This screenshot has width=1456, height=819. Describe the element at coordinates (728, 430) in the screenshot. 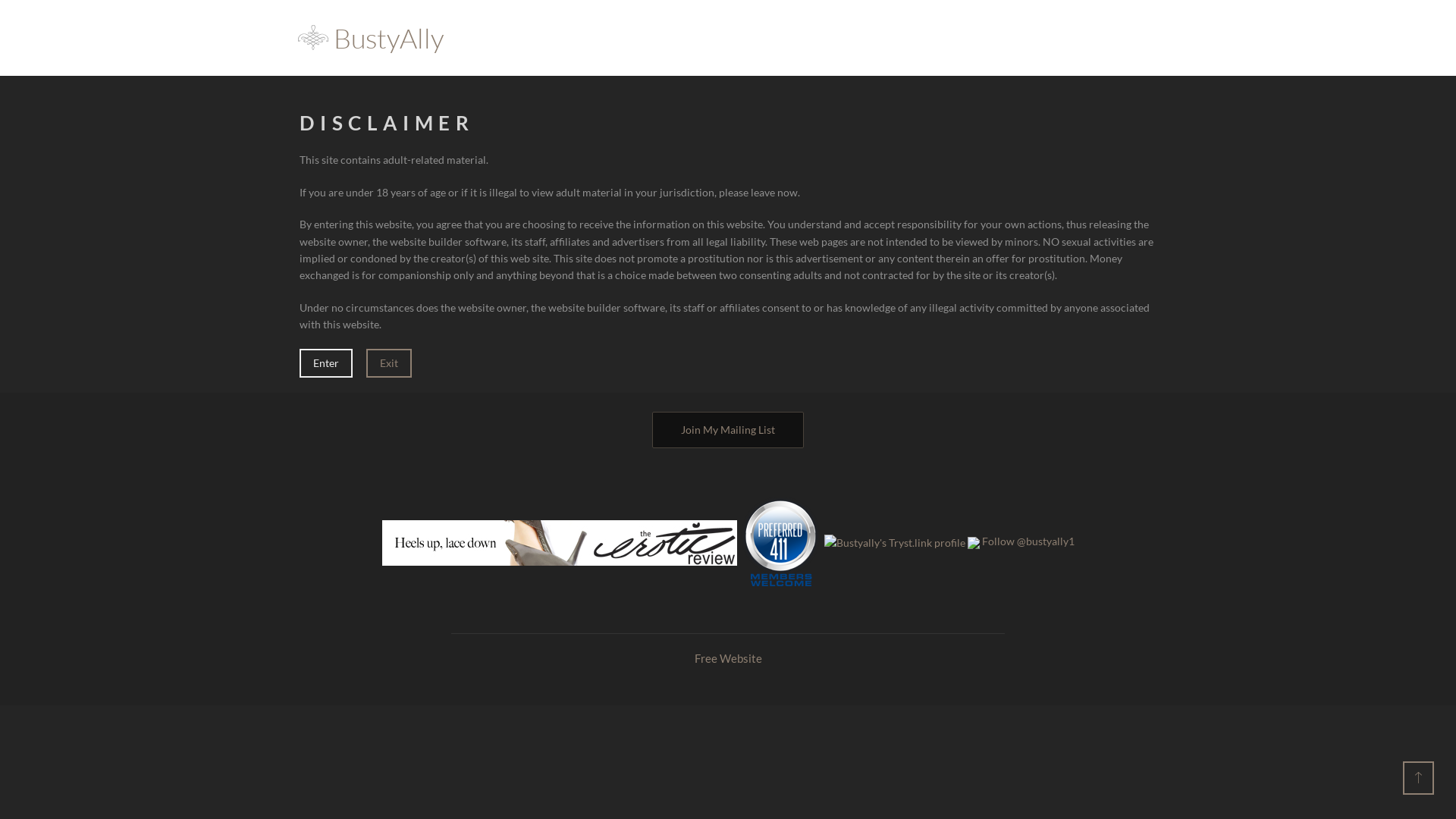

I see `'Join My Mailing List'` at that location.